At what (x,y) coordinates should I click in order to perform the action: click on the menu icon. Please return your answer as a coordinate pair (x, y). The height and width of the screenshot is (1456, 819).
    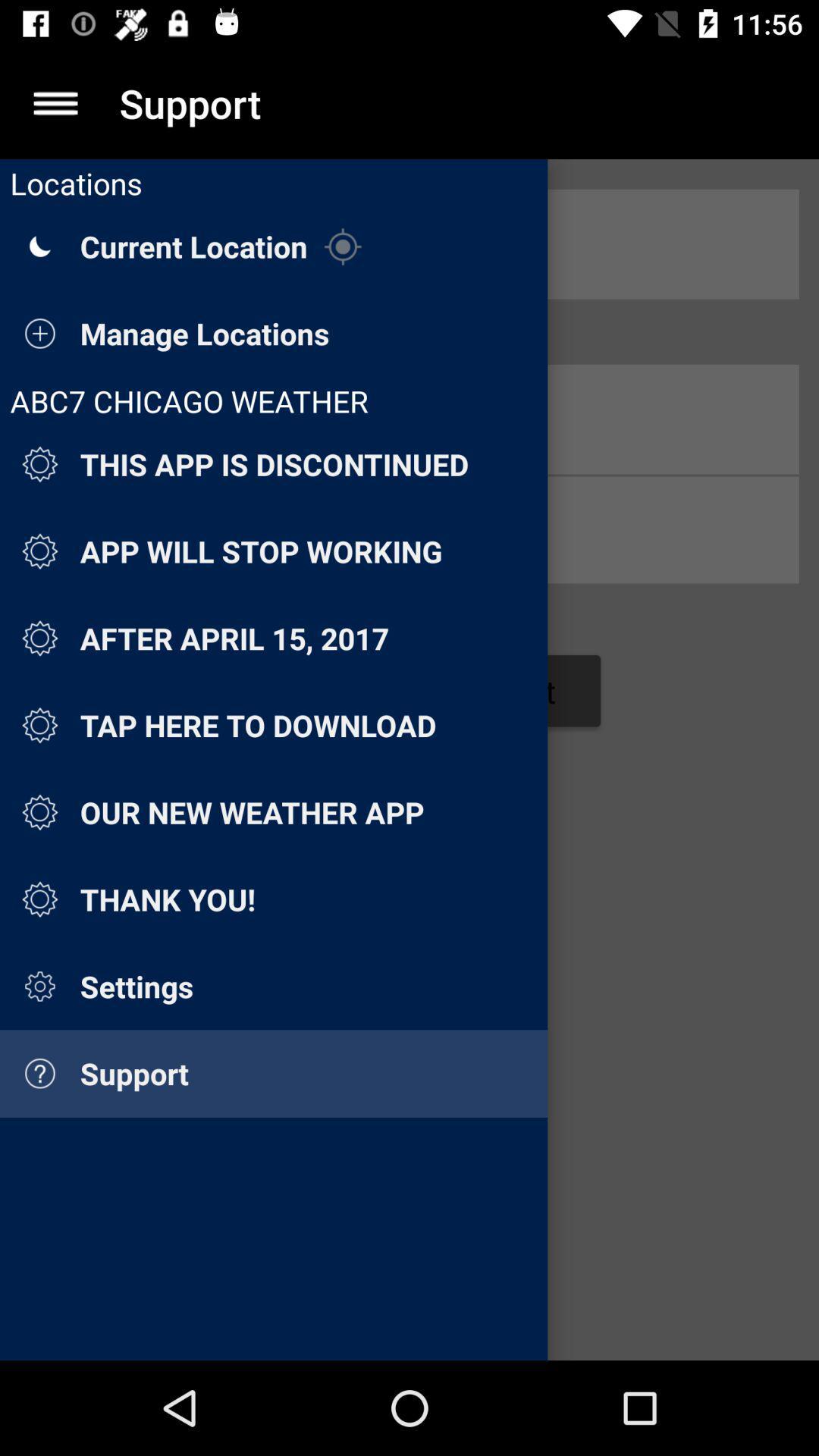
    Looking at the image, I should click on (55, 102).